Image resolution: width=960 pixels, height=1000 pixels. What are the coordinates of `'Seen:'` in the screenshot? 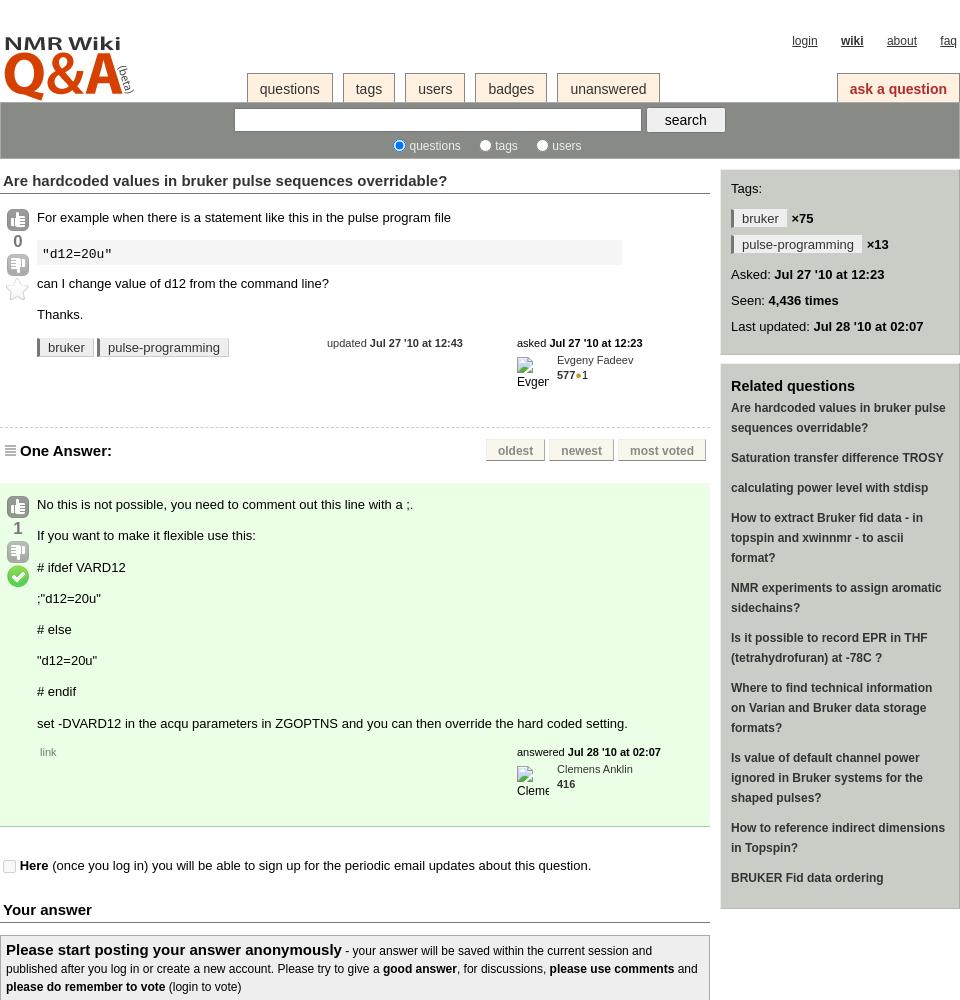 It's located at (730, 300).